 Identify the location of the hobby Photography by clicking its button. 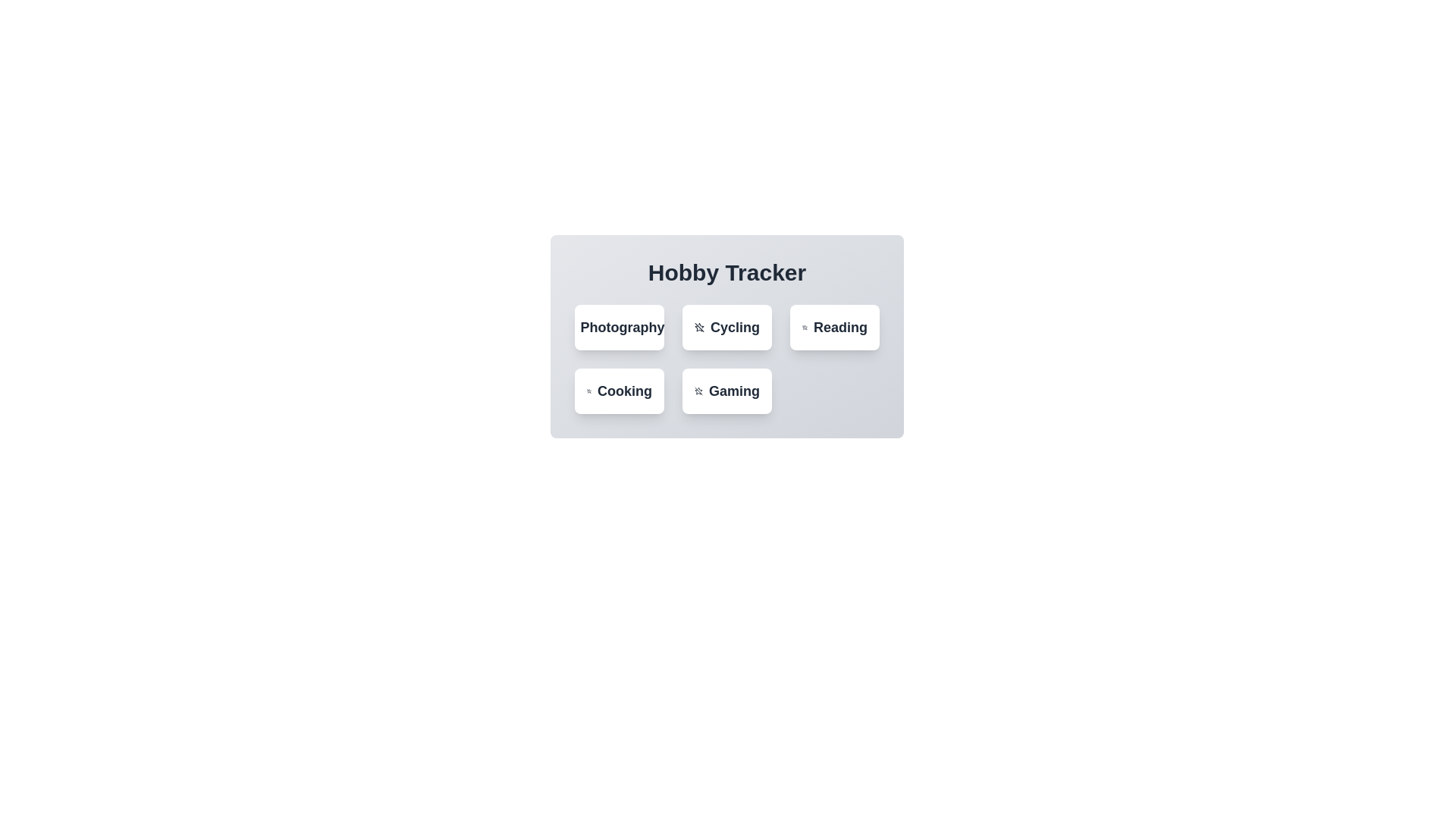
(619, 327).